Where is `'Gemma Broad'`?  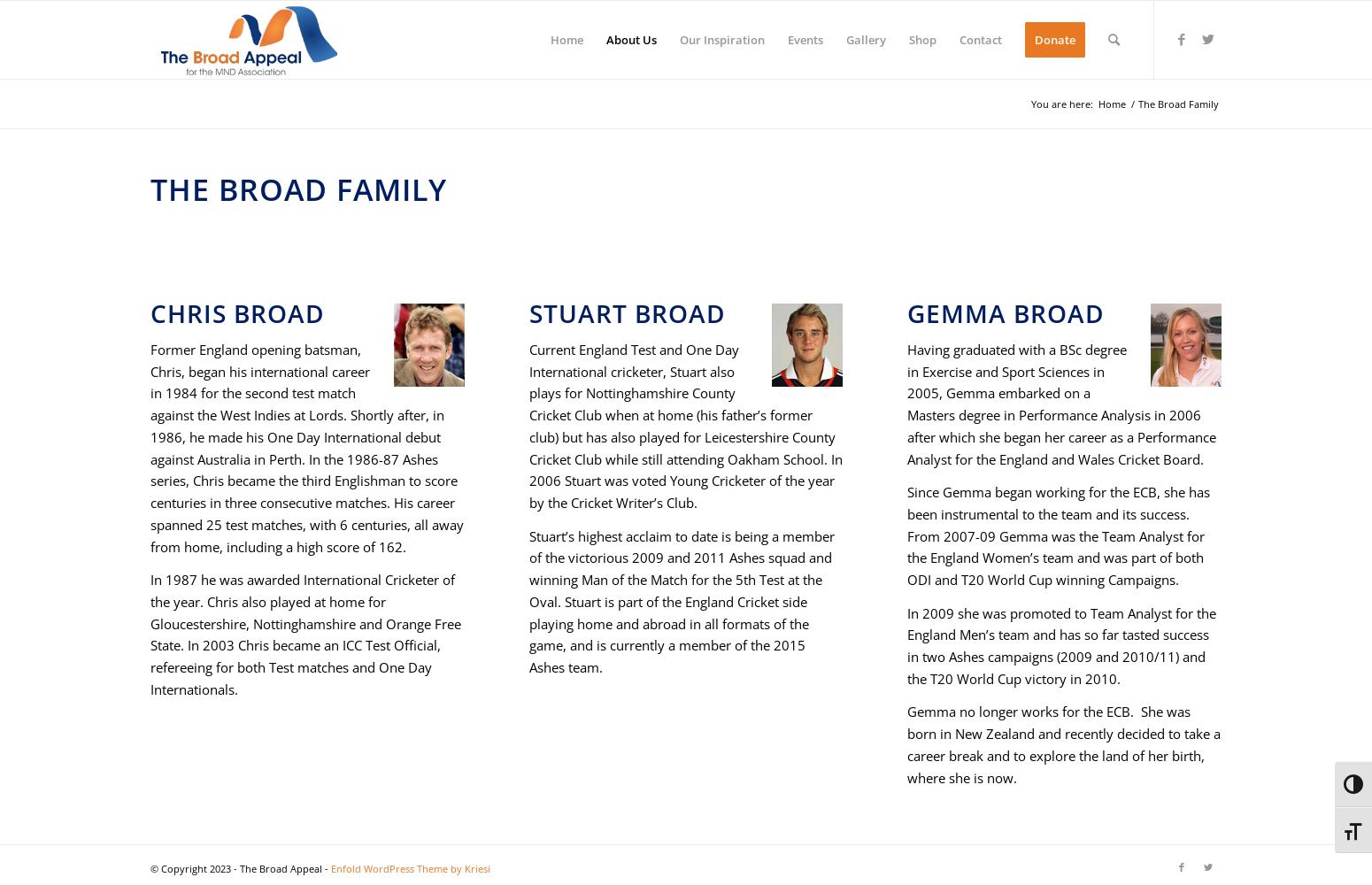 'Gemma Broad' is located at coordinates (1005, 312).